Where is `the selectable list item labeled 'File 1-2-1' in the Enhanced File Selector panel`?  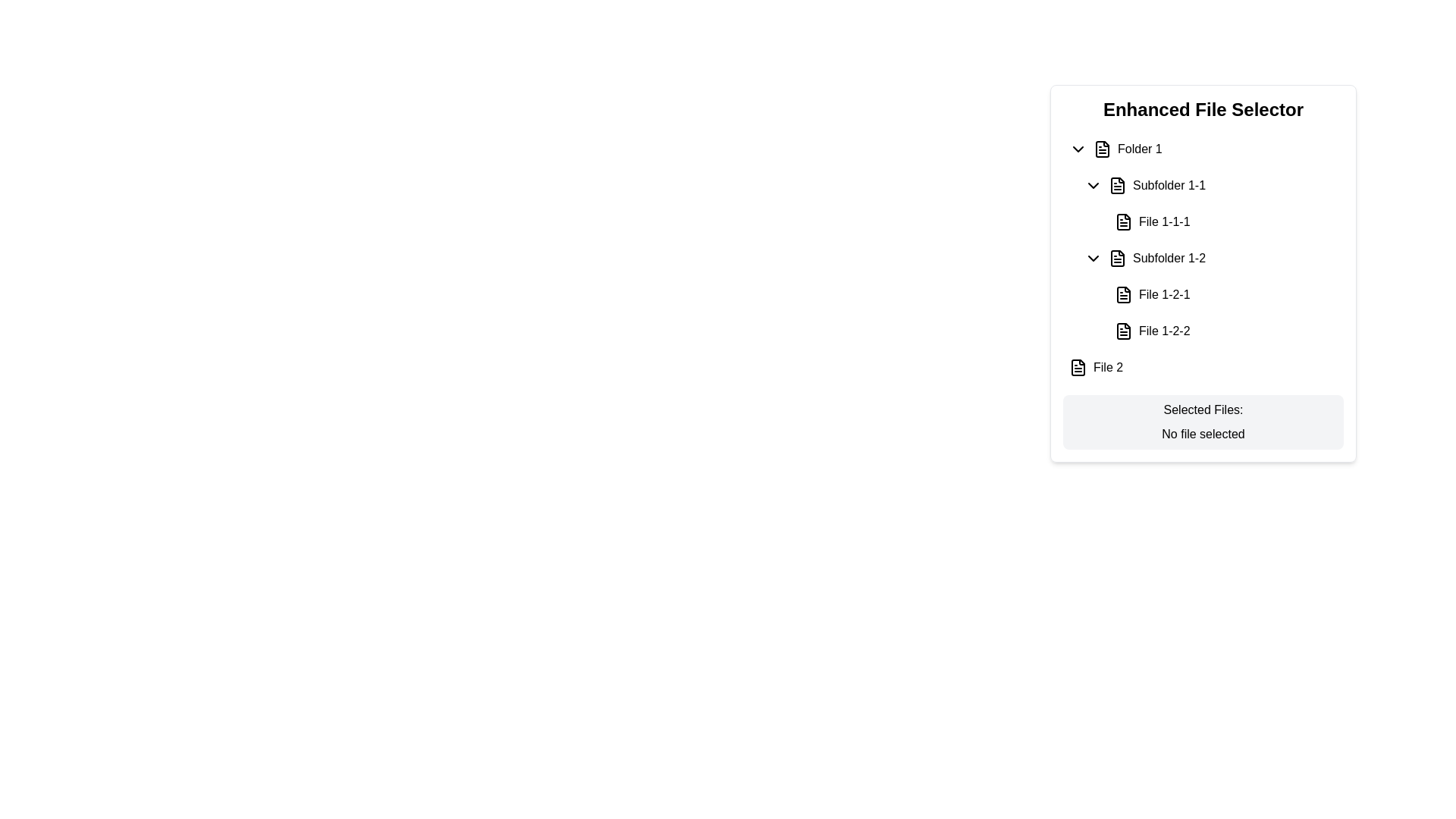
the selectable list item labeled 'File 1-2-1' in the Enhanced File Selector panel is located at coordinates (1226, 295).